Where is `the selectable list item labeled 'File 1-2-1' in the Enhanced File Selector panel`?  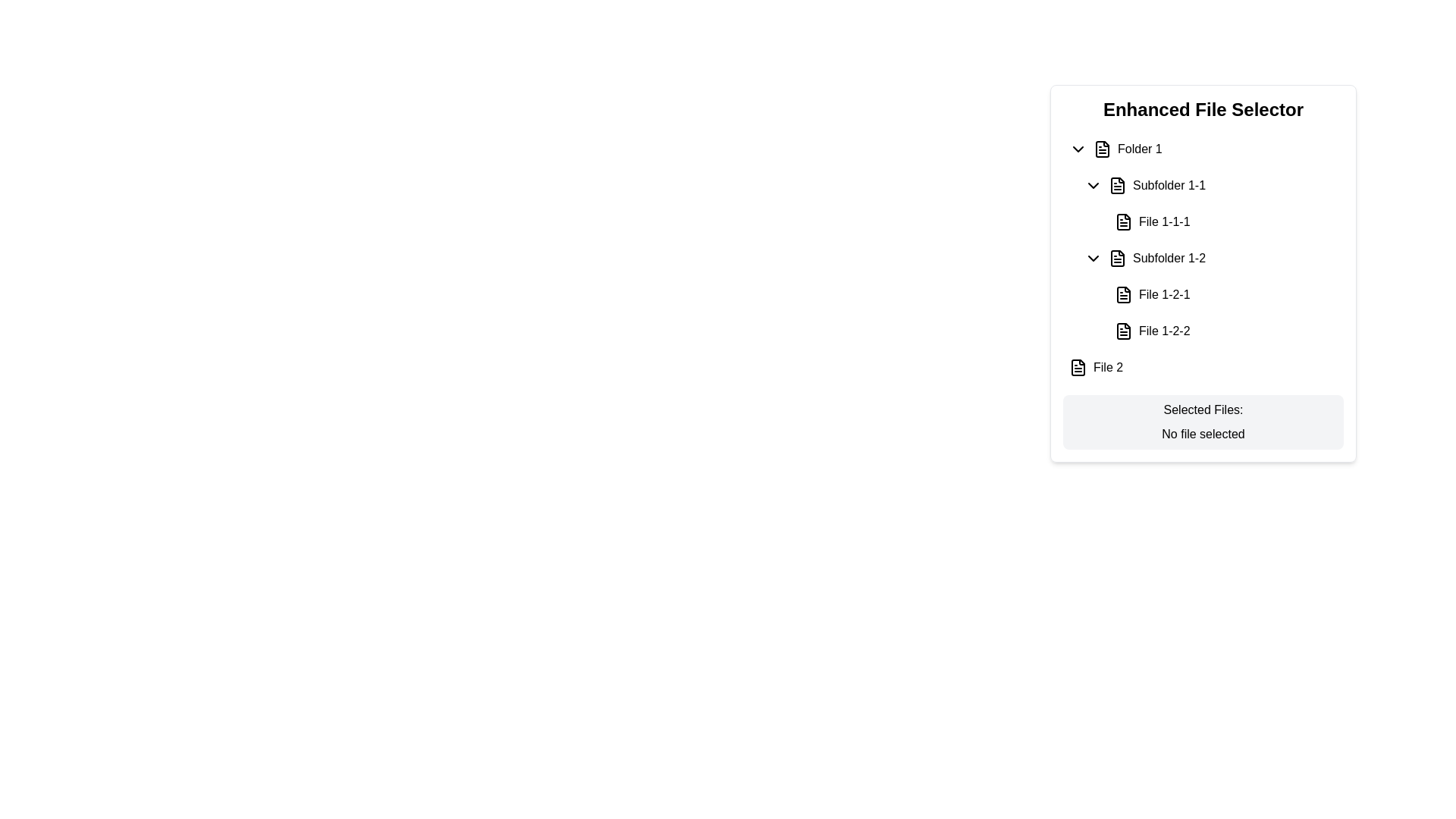
the selectable list item labeled 'File 1-2-1' in the Enhanced File Selector panel is located at coordinates (1226, 295).